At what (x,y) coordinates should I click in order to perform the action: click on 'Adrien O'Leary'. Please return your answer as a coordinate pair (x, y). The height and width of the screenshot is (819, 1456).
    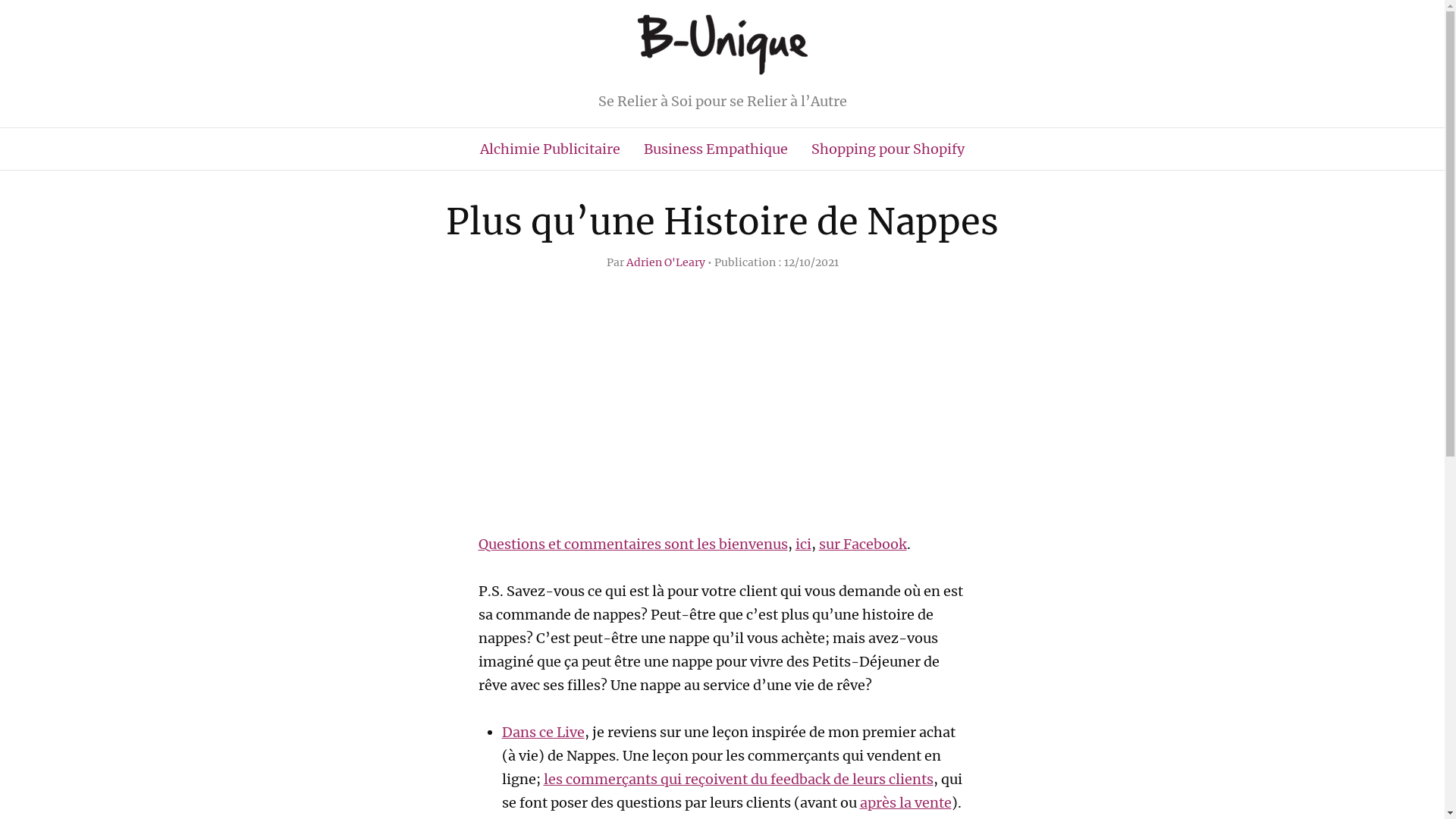
    Looking at the image, I should click on (666, 262).